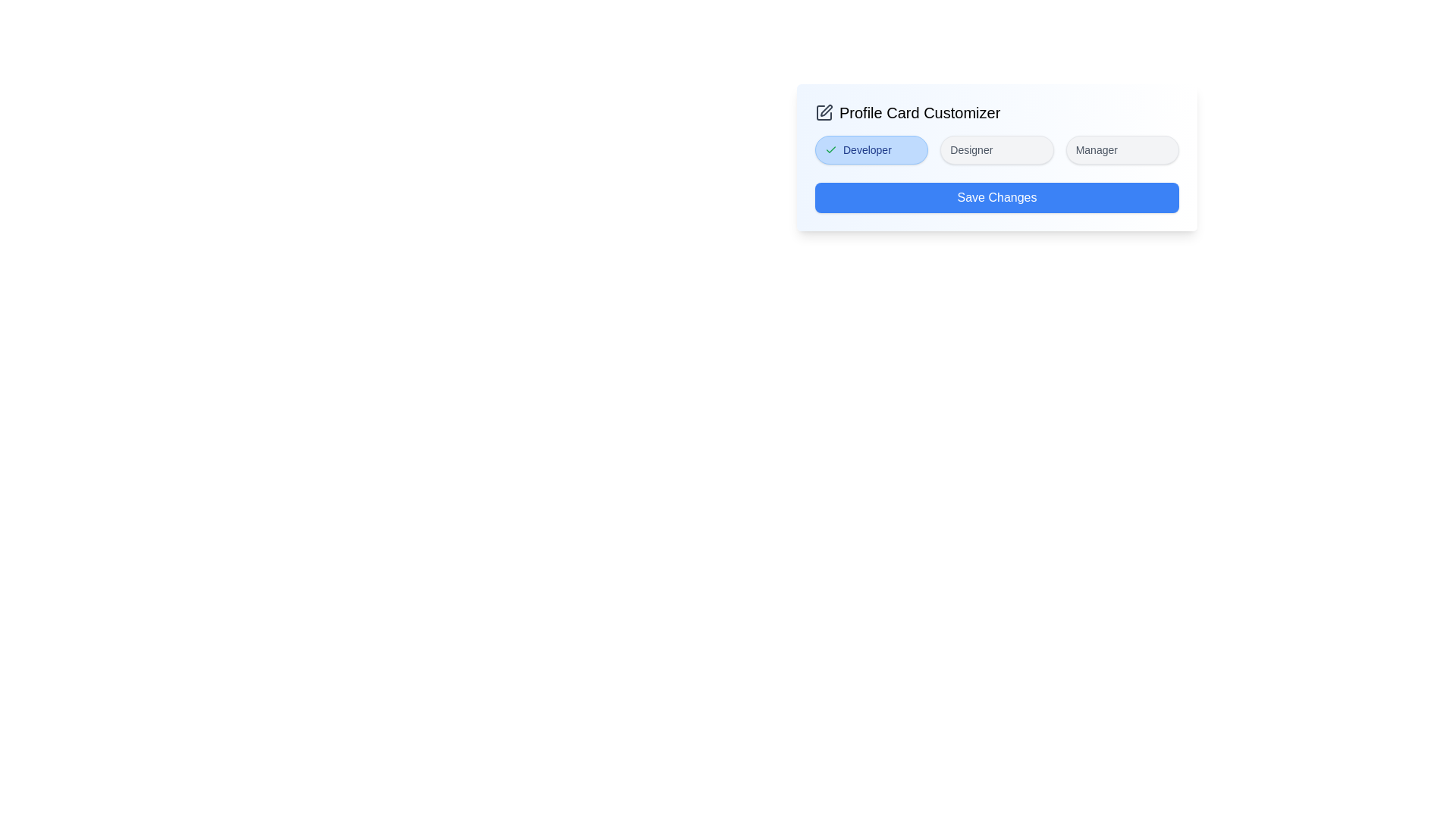 This screenshot has height=819, width=1456. What do you see at coordinates (871, 149) in the screenshot?
I see `the Developer tag to toggle its selection` at bounding box center [871, 149].